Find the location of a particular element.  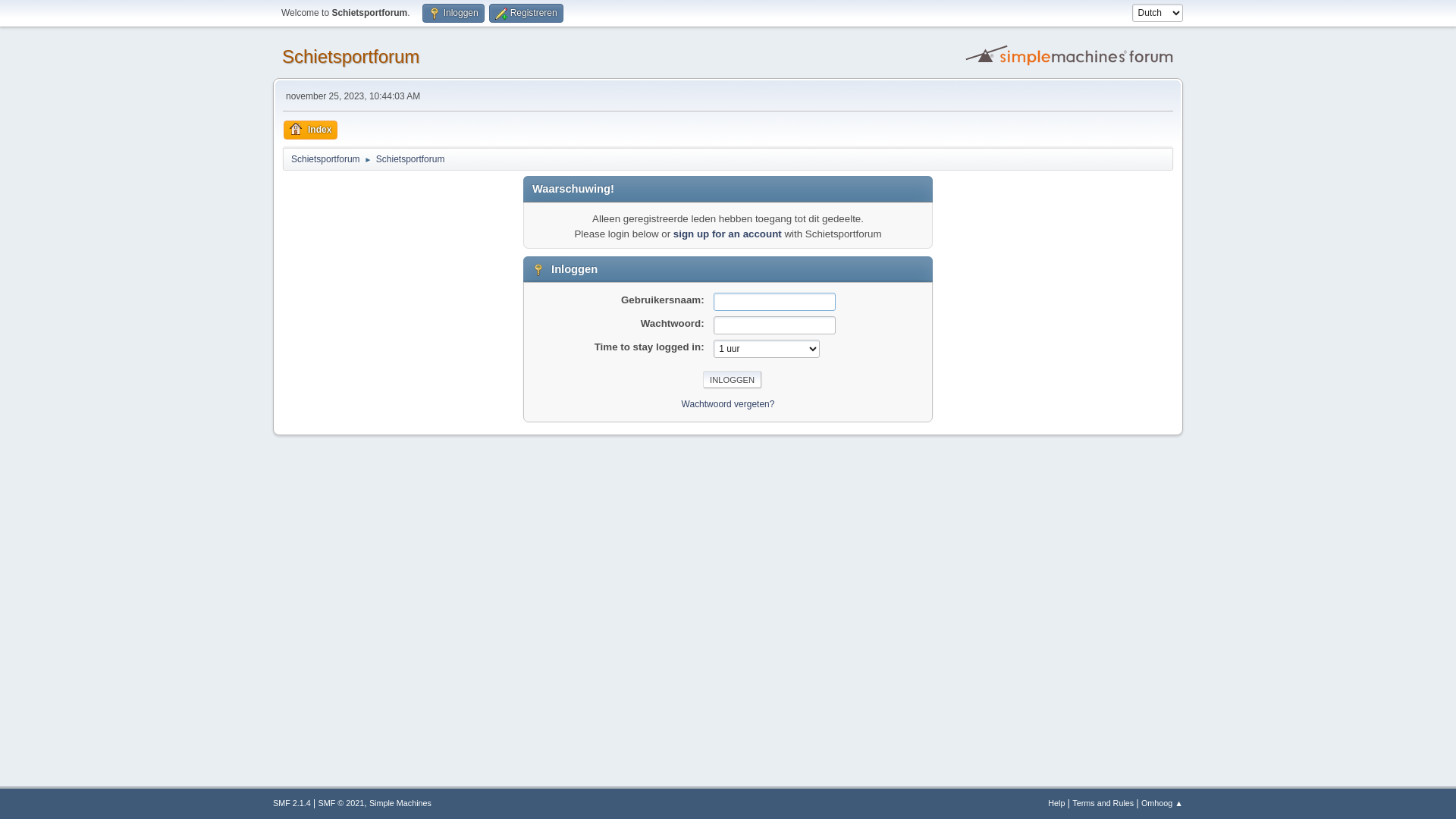

'Index' is located at coordinates (309, 129).